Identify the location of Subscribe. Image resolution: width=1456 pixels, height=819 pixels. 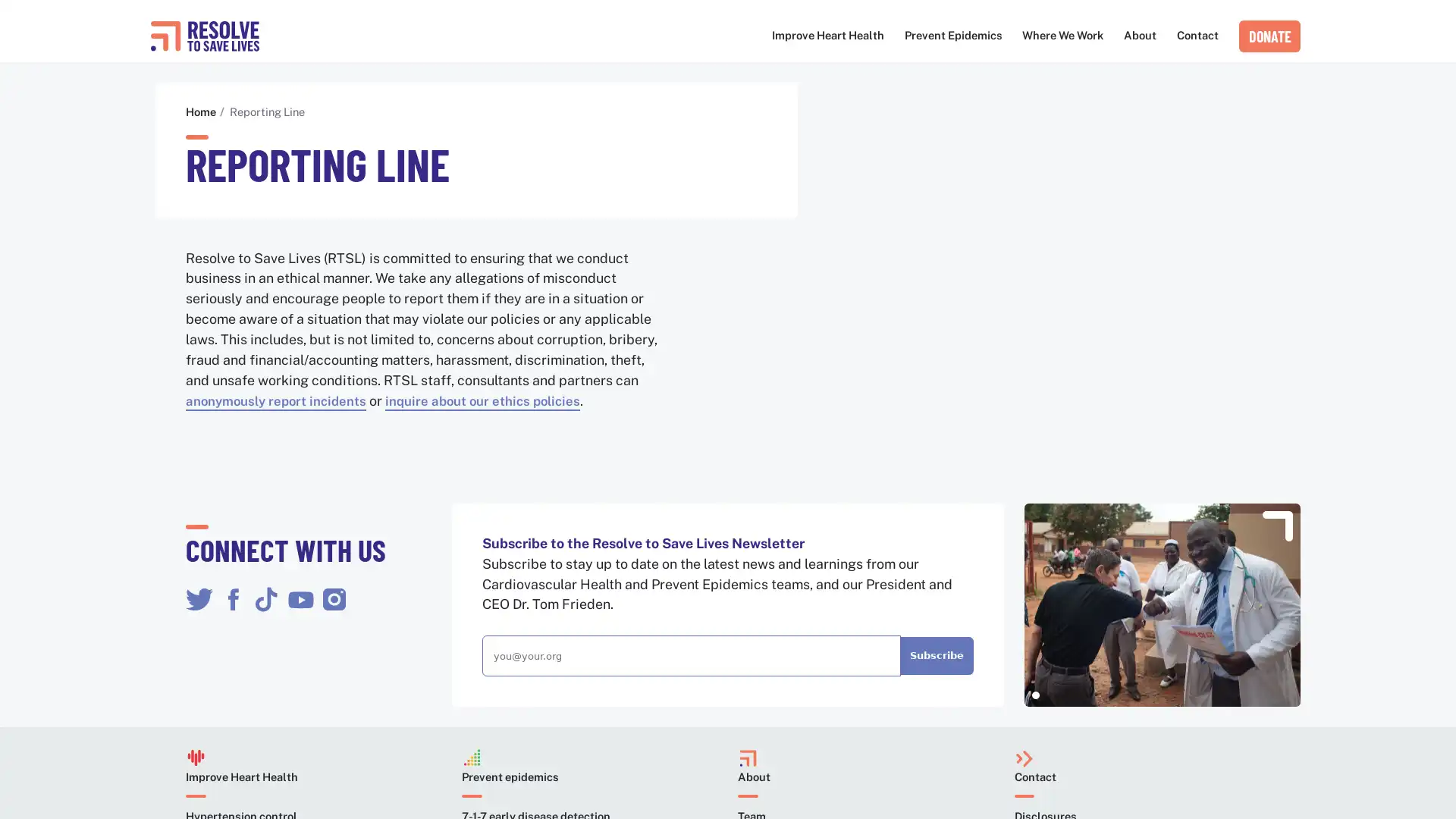
(934, 657).